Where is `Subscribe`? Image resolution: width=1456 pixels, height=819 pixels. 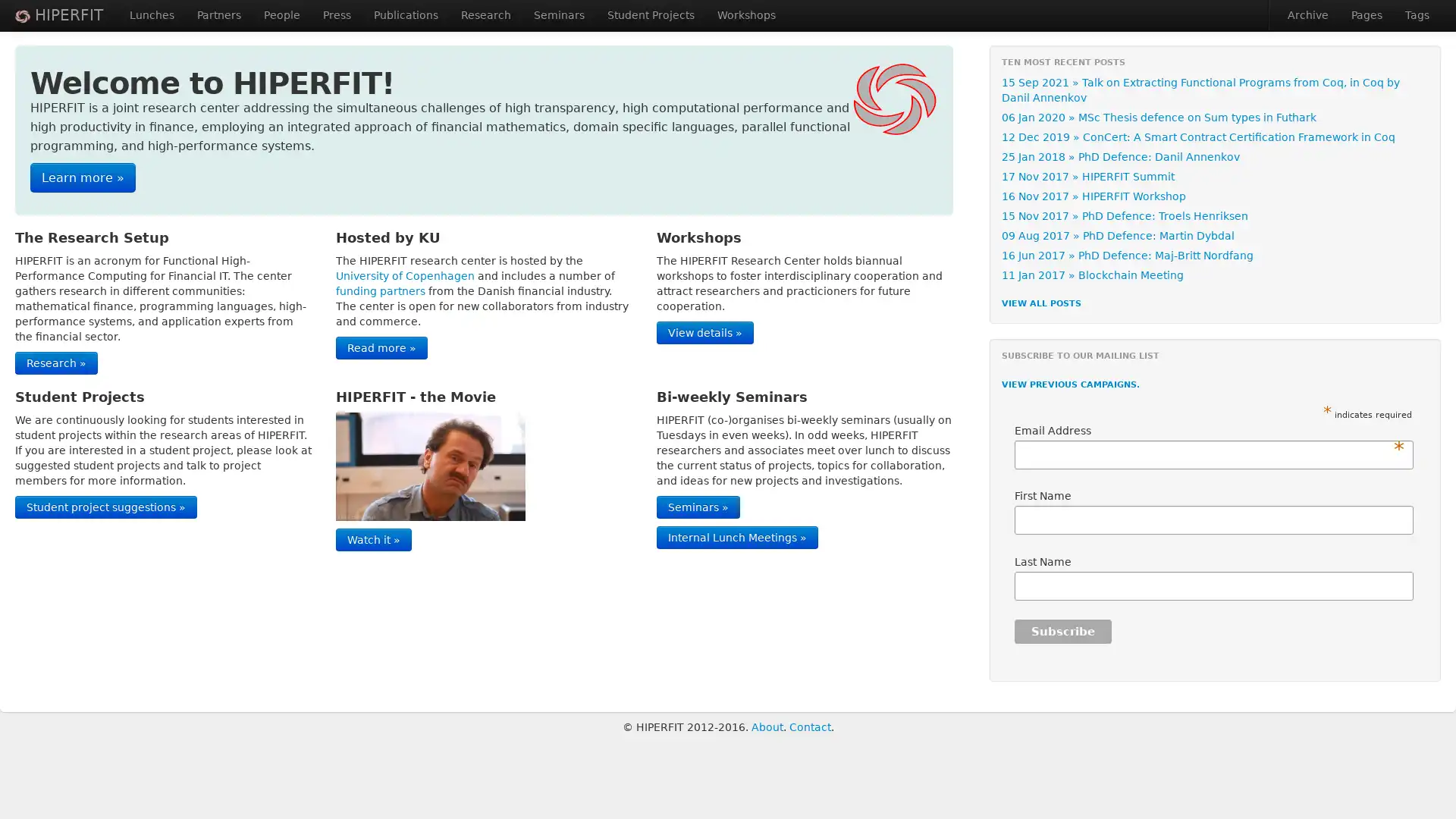
Subscribe is located at coordinates (1062, 632).